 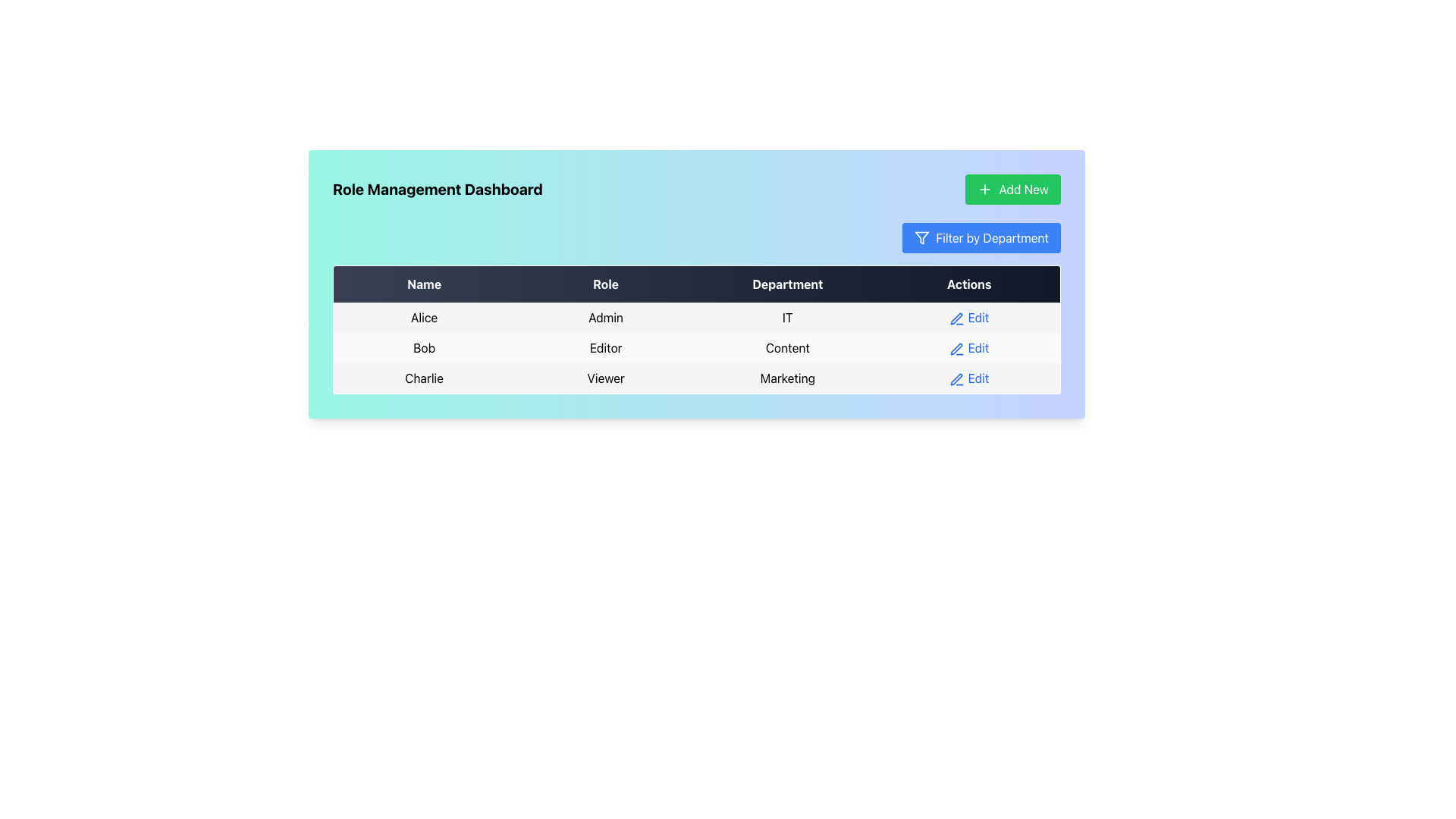 What do you see at coordinates (968, 348) in the screenshot?
I see `the blue 'Edit' hyperlink with a pen icon located in the 'Actions' column of the table, specifically the second link below the 'IT' department row` at bounding box center [968, 348].